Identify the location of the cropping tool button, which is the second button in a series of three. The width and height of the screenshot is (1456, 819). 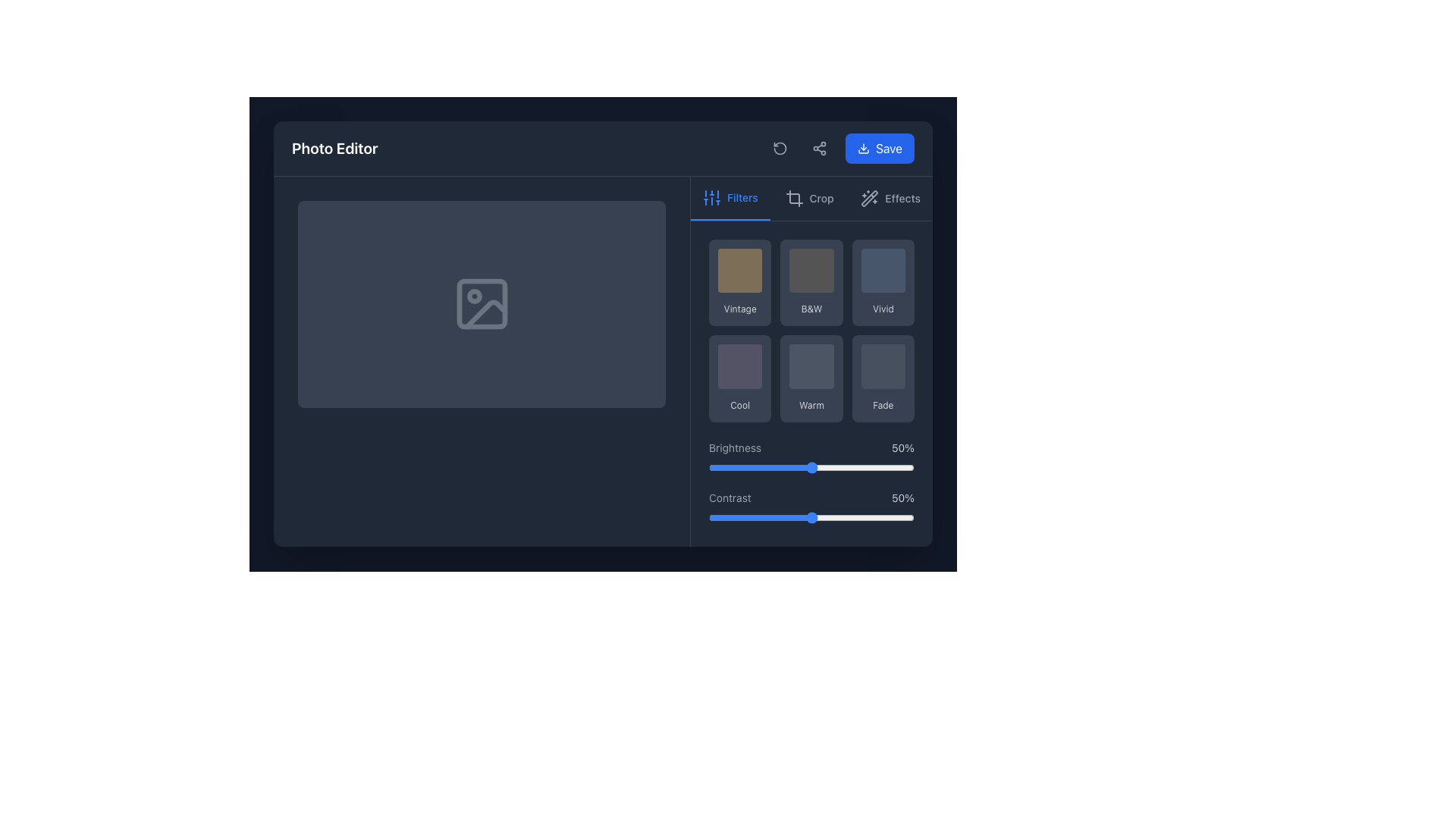
(808, 198).